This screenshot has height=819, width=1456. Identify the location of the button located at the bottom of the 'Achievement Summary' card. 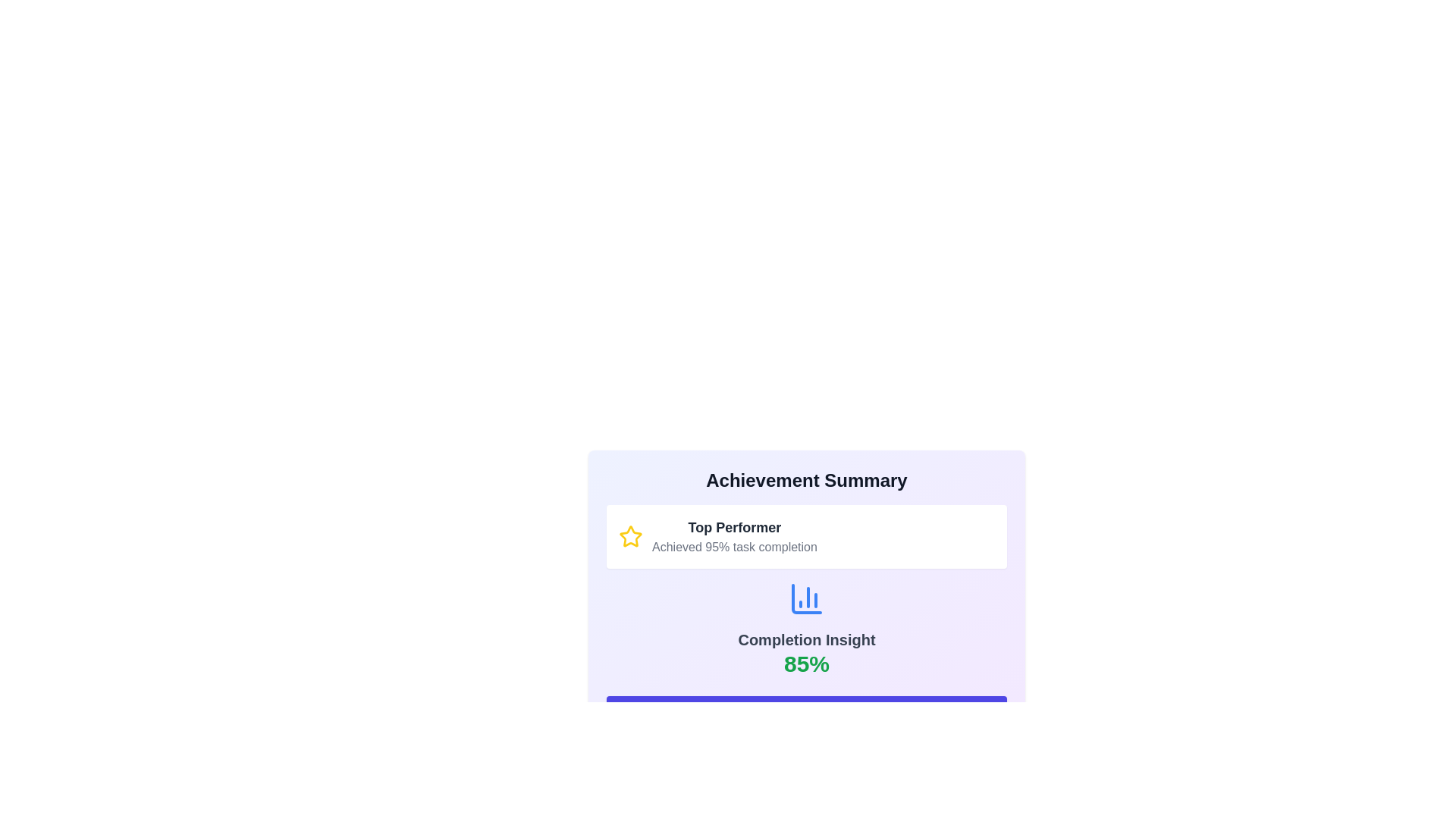
(806, 714).